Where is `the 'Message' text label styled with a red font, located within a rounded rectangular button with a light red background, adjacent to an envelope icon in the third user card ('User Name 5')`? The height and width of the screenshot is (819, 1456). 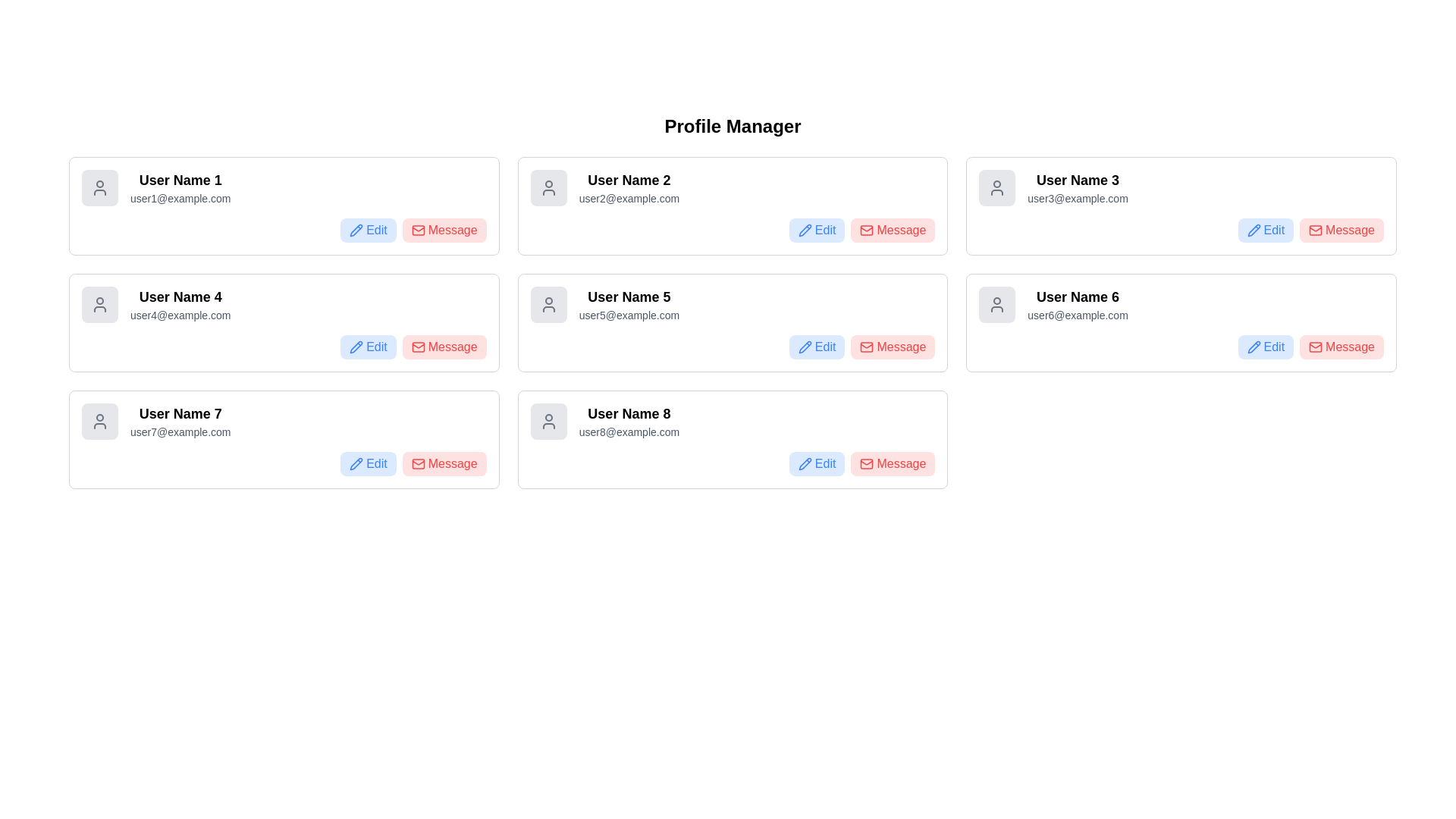
the 'Message' text label styled with a red font, located within a rounded rectangular button with a light red background, adjacent to an envelope icon in the third user card ('User Name 5') is located at coordinates (901, 347).